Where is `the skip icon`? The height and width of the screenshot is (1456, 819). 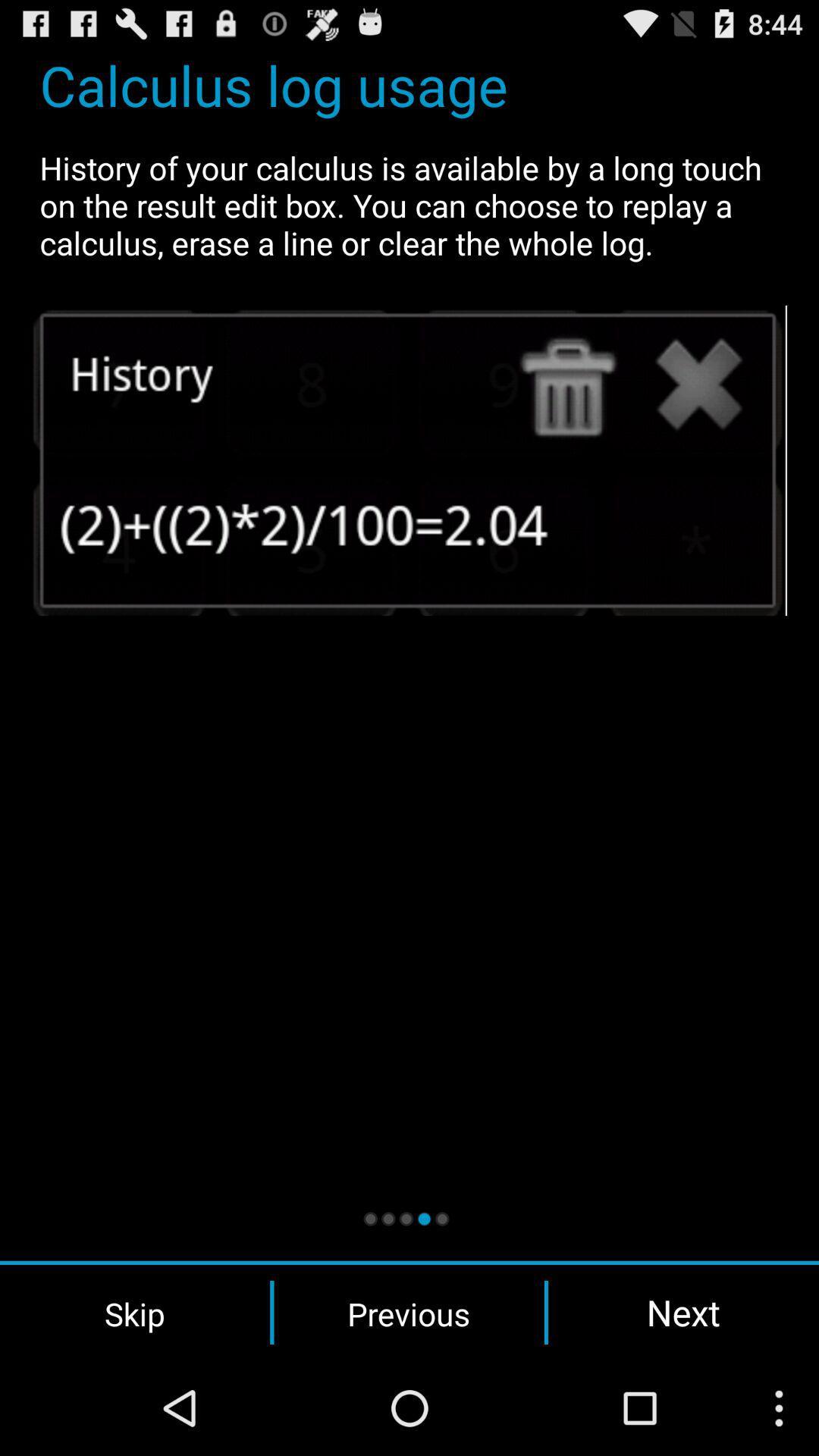
the skip icon is located at coordinates (134, 1312).